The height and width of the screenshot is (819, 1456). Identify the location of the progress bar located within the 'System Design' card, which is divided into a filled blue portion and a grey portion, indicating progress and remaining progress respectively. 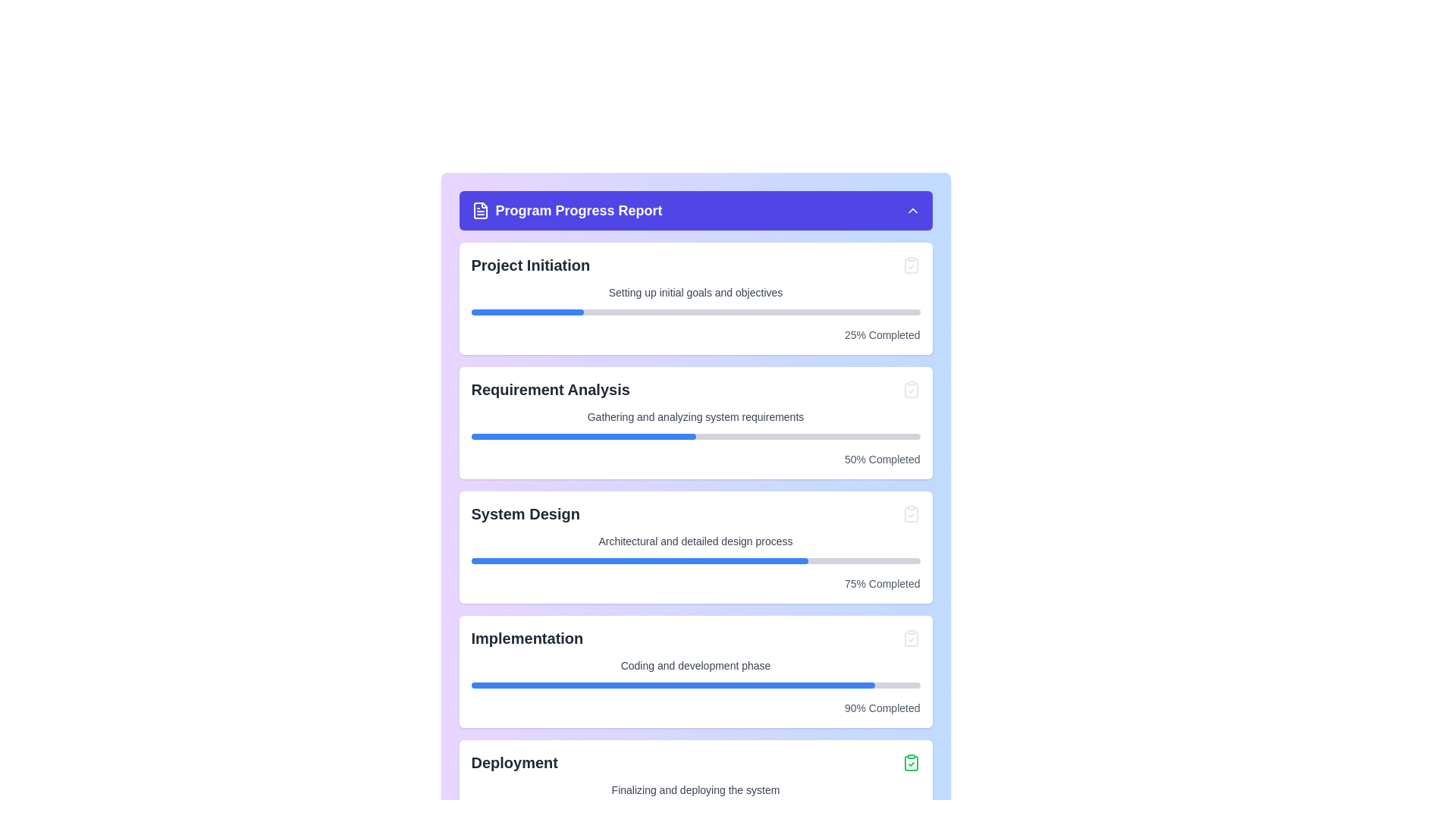
(695, 561).